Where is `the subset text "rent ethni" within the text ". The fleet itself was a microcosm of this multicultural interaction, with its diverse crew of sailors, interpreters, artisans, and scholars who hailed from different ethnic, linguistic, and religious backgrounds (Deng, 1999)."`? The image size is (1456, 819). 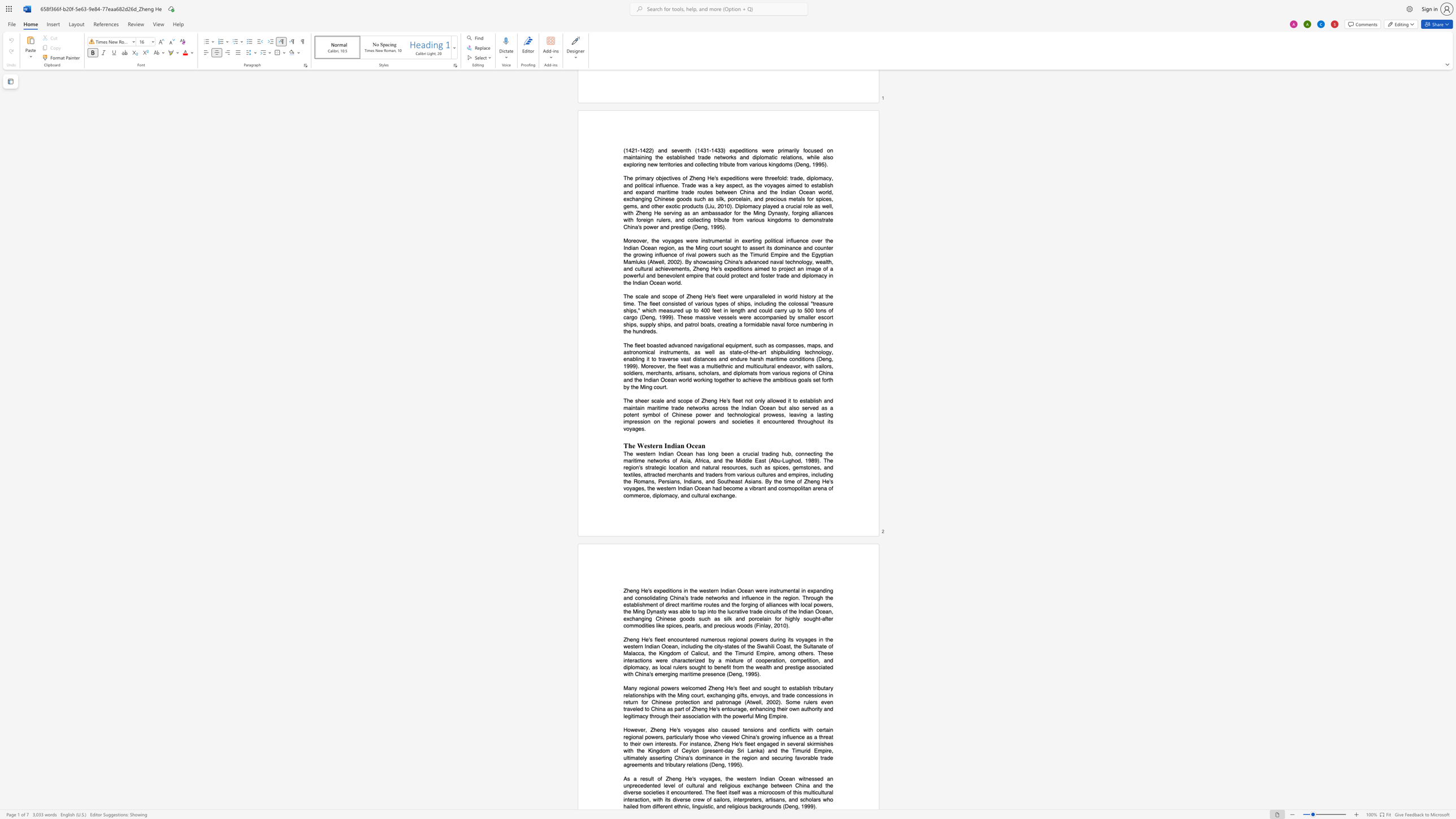 the subset text "rent ethni" within the text ". The fleet itself was a microcosm of this multicultural interaction, with its diverse crew of sailors, interpreters, artisans, and scholars who hailed from different ethnic, linguistic, and religious backgrounds (Deng, 1999)." is located at coordinates (662, 806).